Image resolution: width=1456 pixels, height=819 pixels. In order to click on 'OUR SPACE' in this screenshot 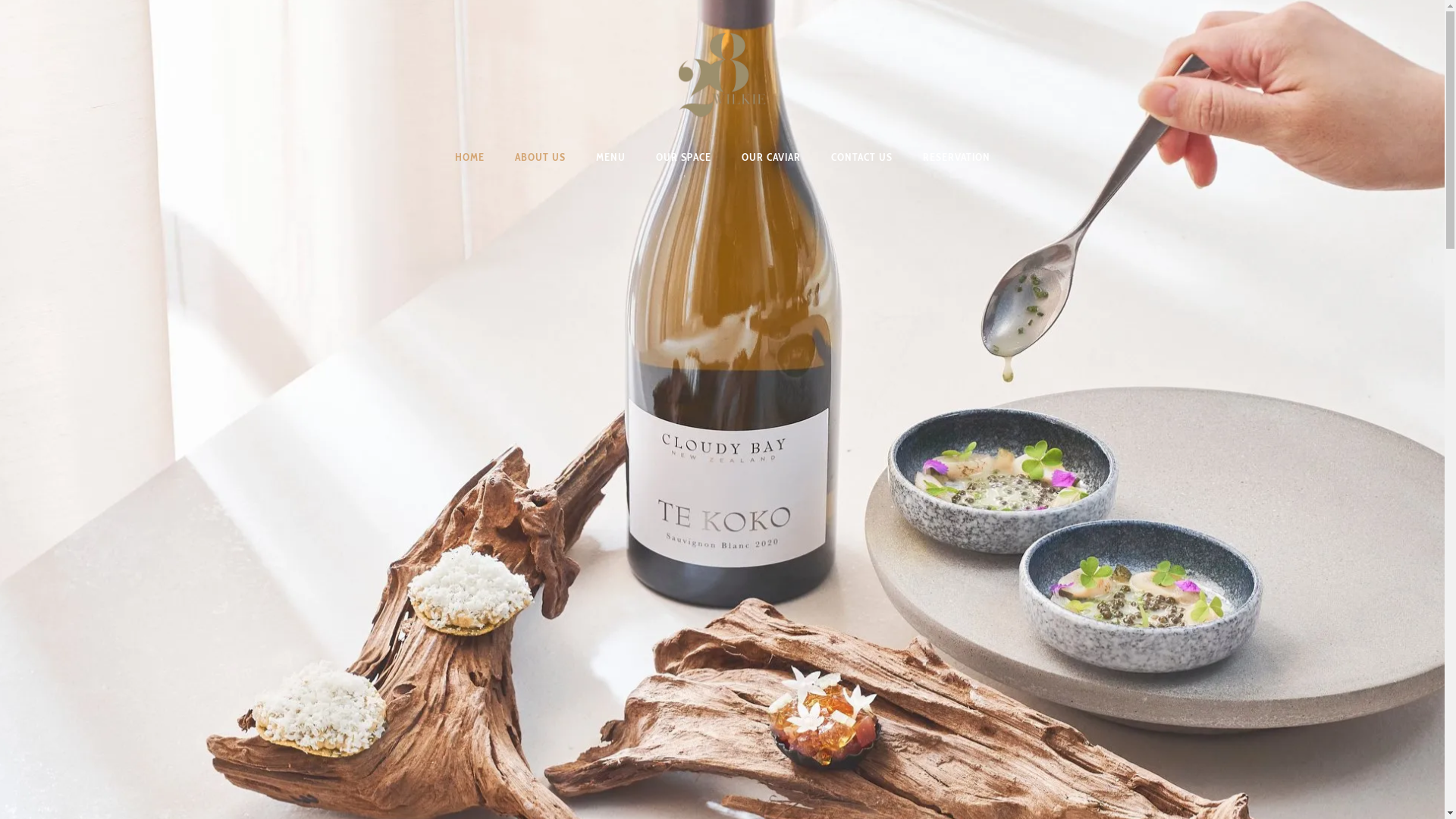, I will do `click(682, 157)`.